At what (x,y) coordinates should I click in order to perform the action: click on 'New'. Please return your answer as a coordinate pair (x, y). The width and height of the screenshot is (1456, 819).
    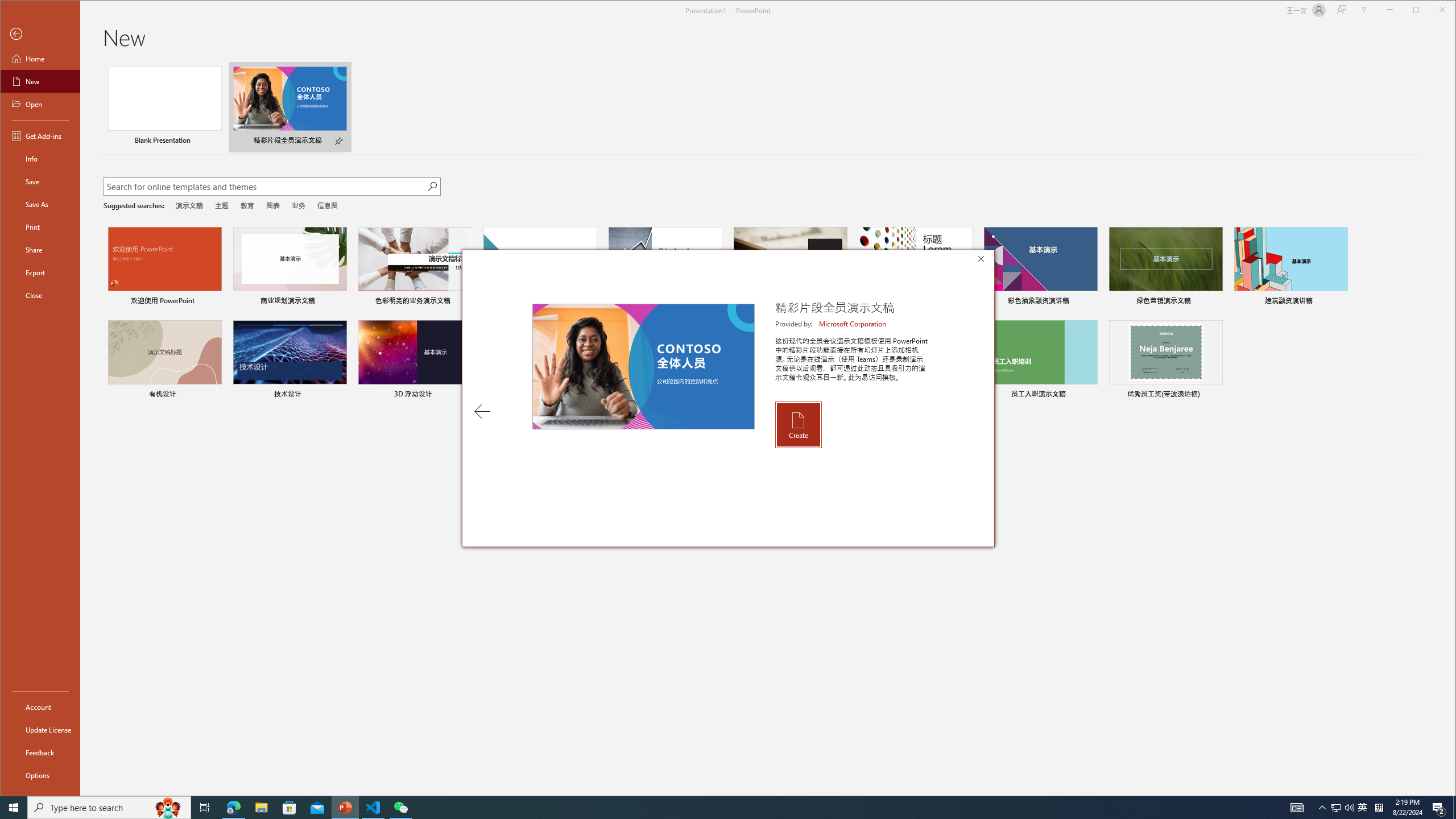
    Looking at the image, I should click on (39, 80).